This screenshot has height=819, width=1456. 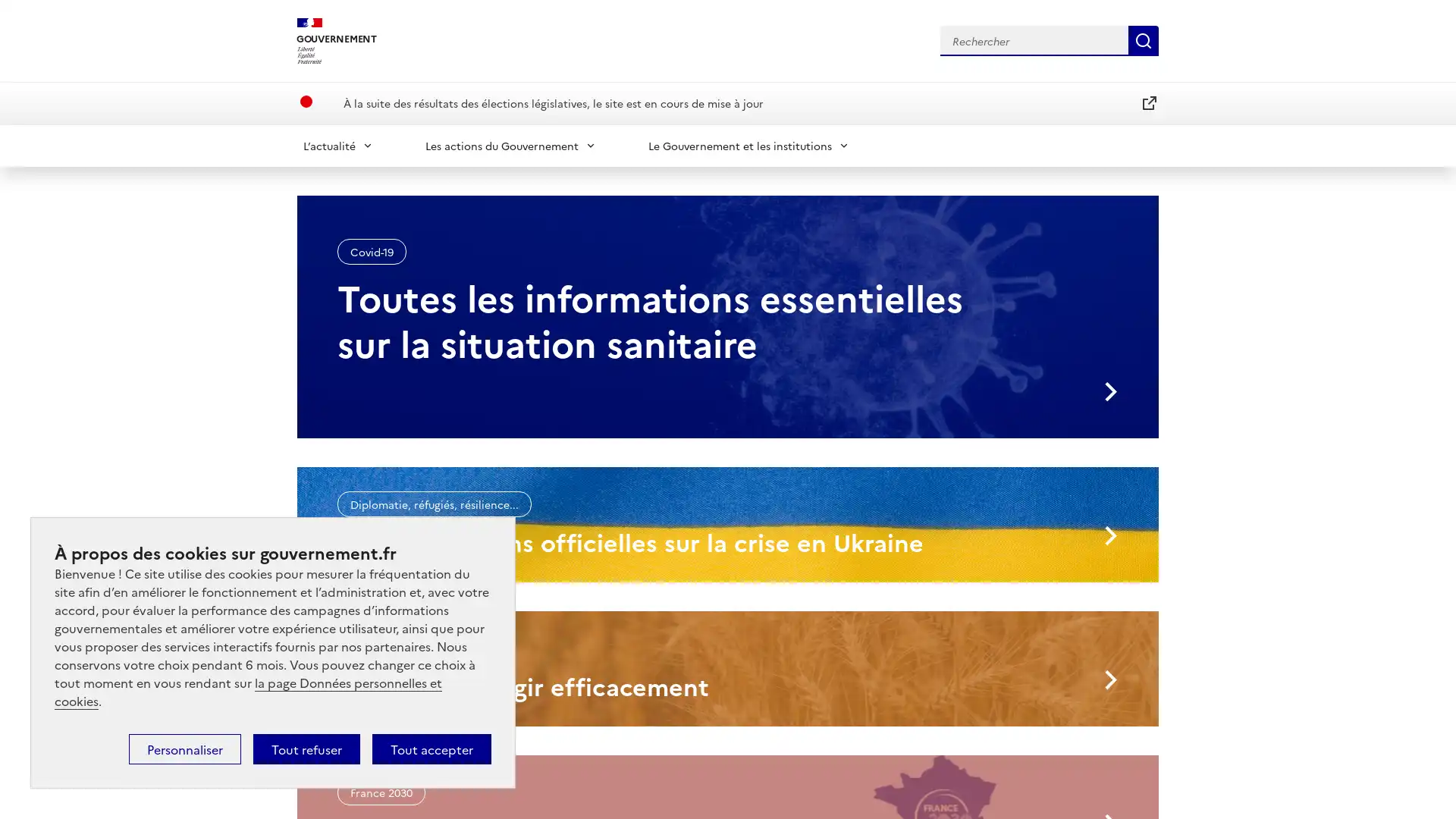 I want to click on Le Gouvernement et les institutions, so click(x=749, y=145).